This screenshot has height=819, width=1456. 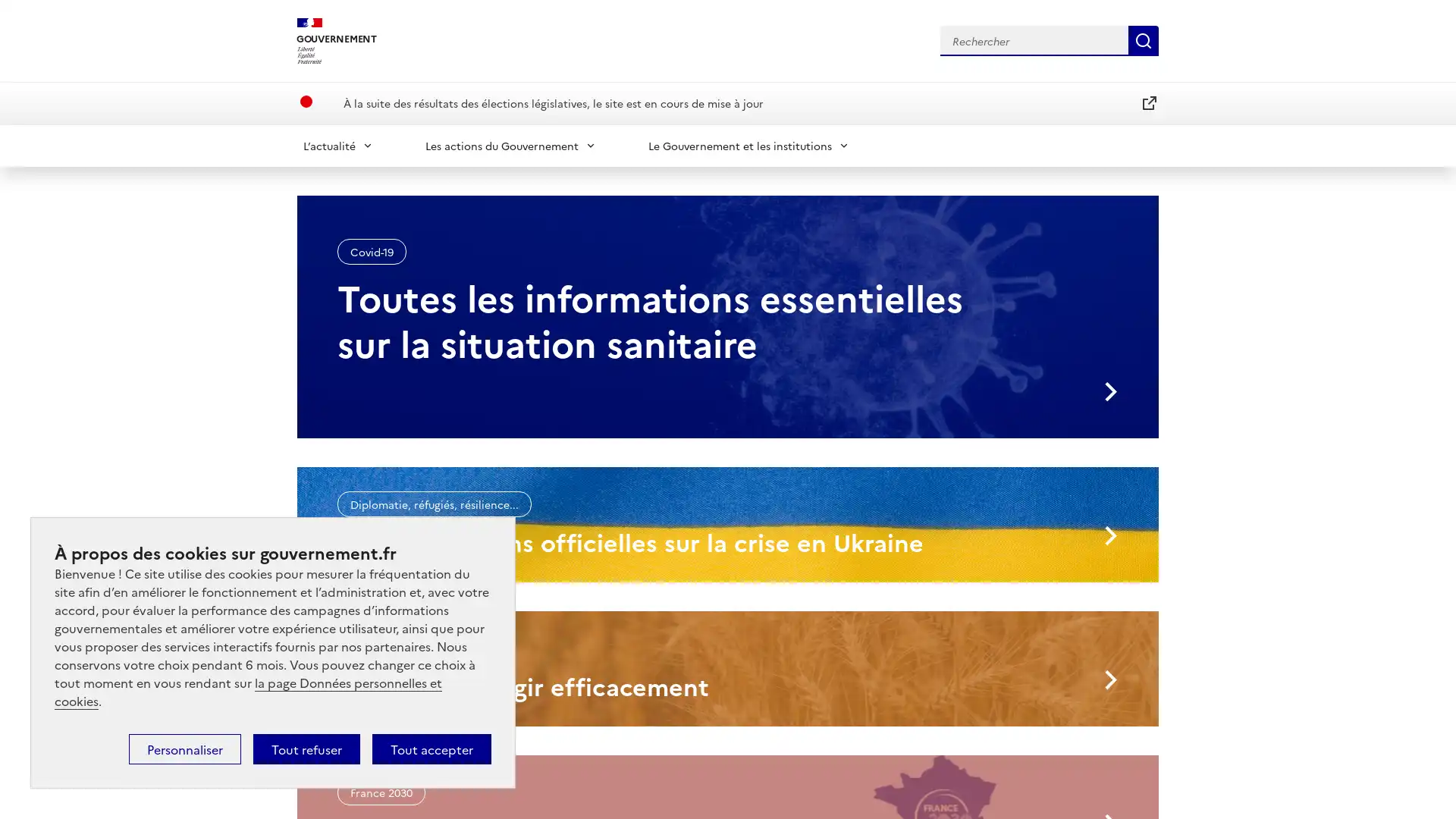 I want to click on Le Gouvernement et les institutions, so click(x=749, y=145).